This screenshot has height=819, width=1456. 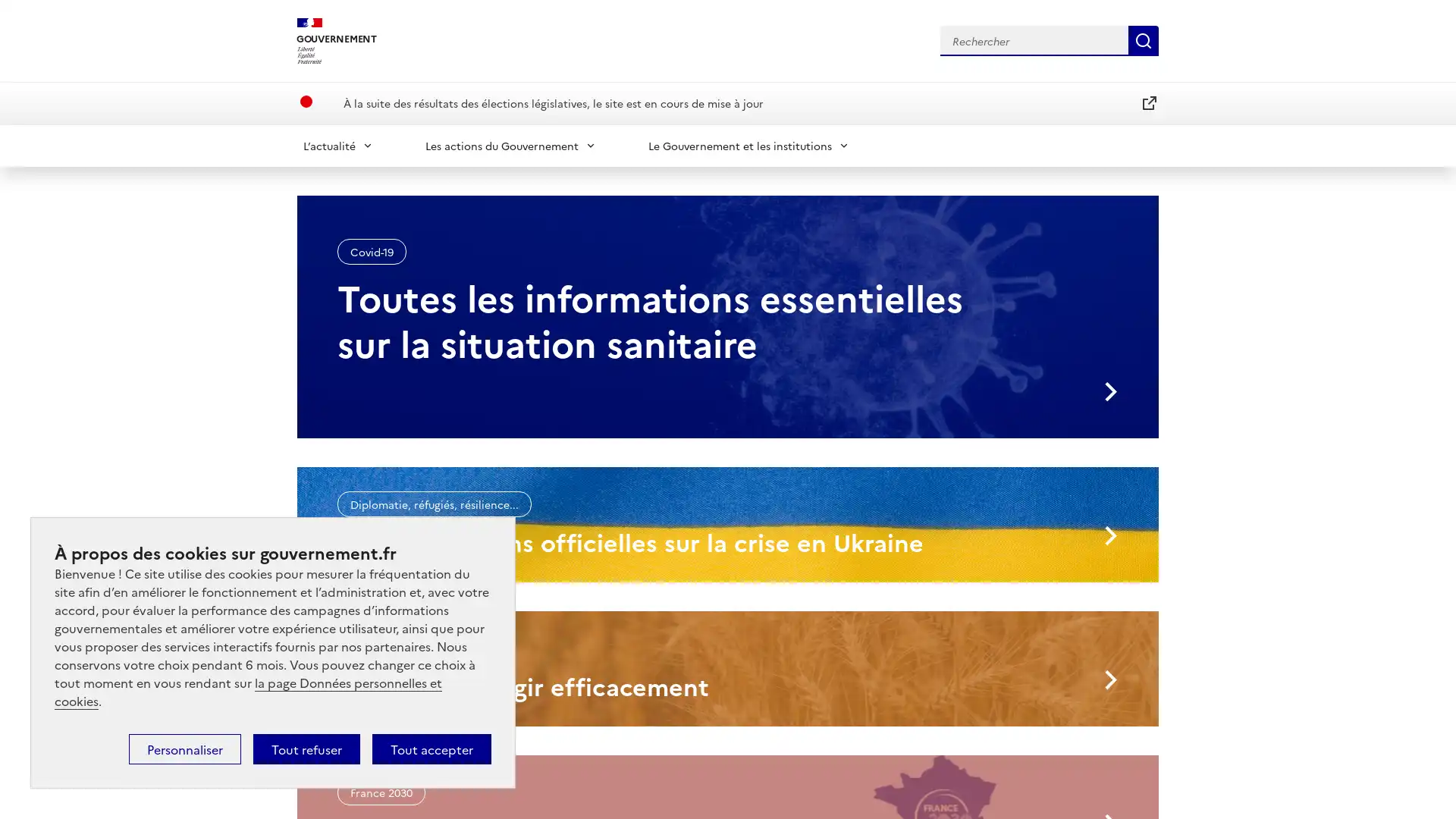 I want to click on Le Gouvernement et les institutions, so click(x=749, y=145).